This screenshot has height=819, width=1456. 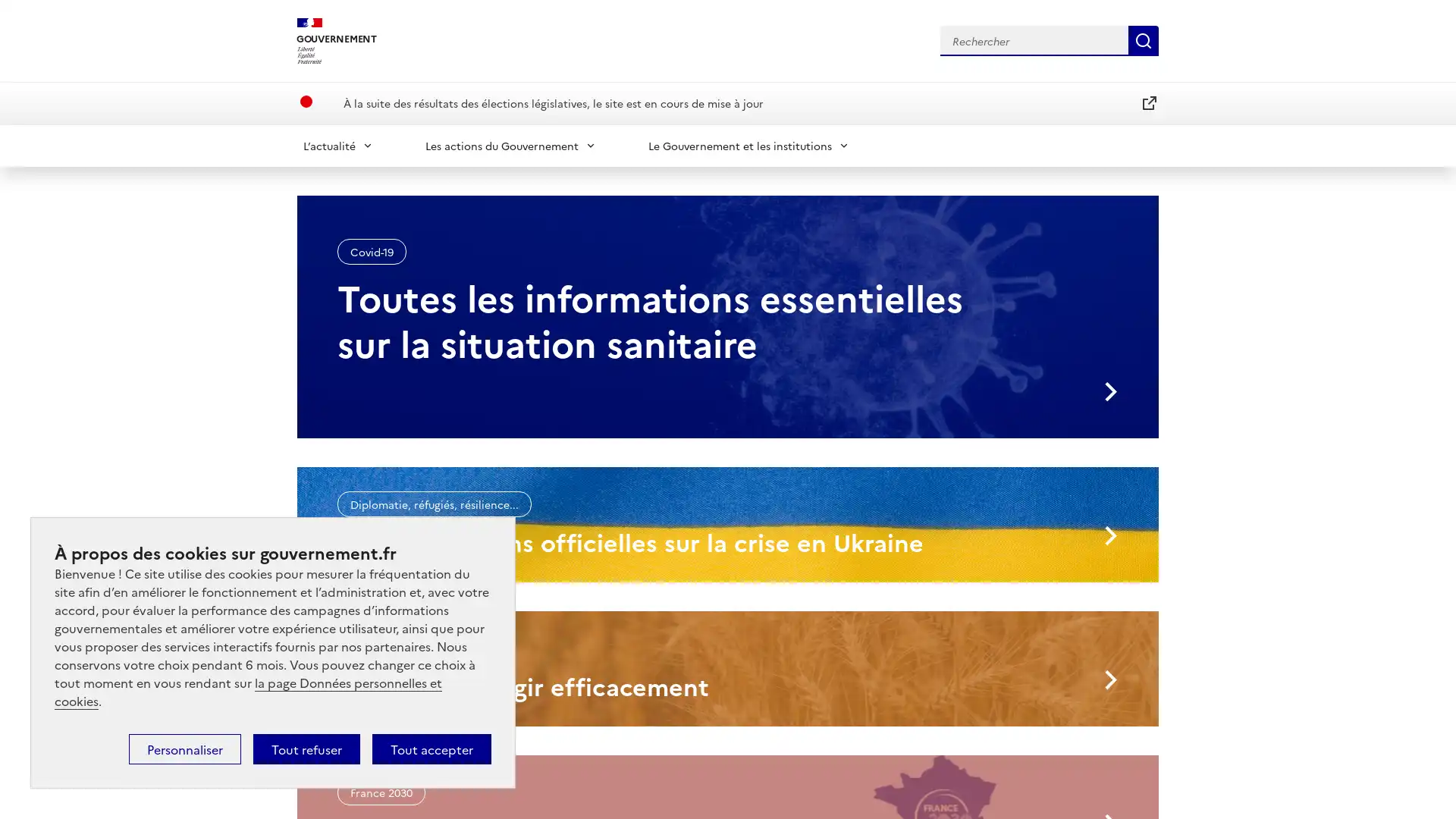 I want to click on Le Gouvernement et les institutions, so click(x=749, y=145).